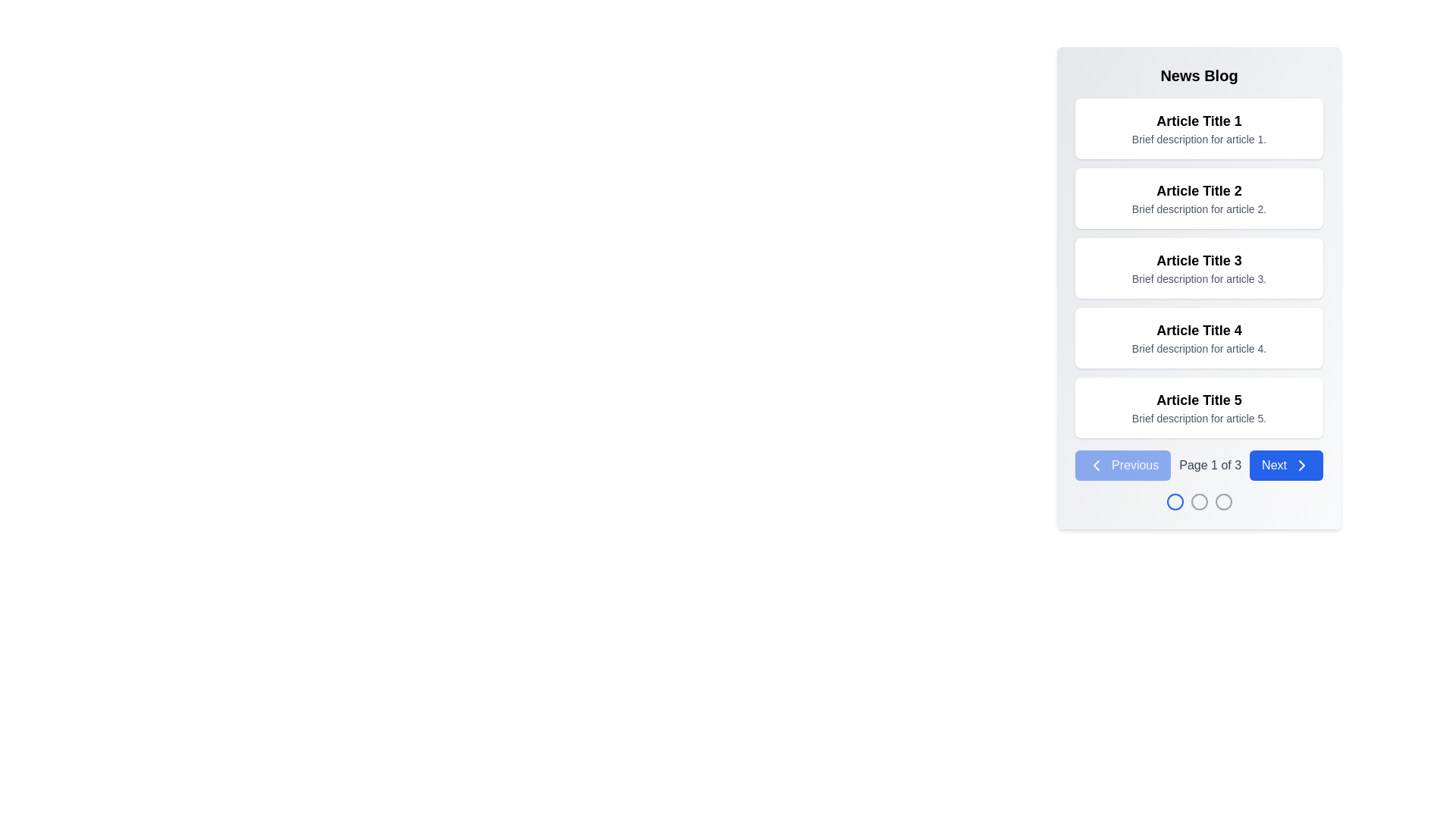  I want to click on the left-pointing chevron icon located within a circular area, positioned next to the 'Previous' button text in the navigation bar, so click(1096, 464).